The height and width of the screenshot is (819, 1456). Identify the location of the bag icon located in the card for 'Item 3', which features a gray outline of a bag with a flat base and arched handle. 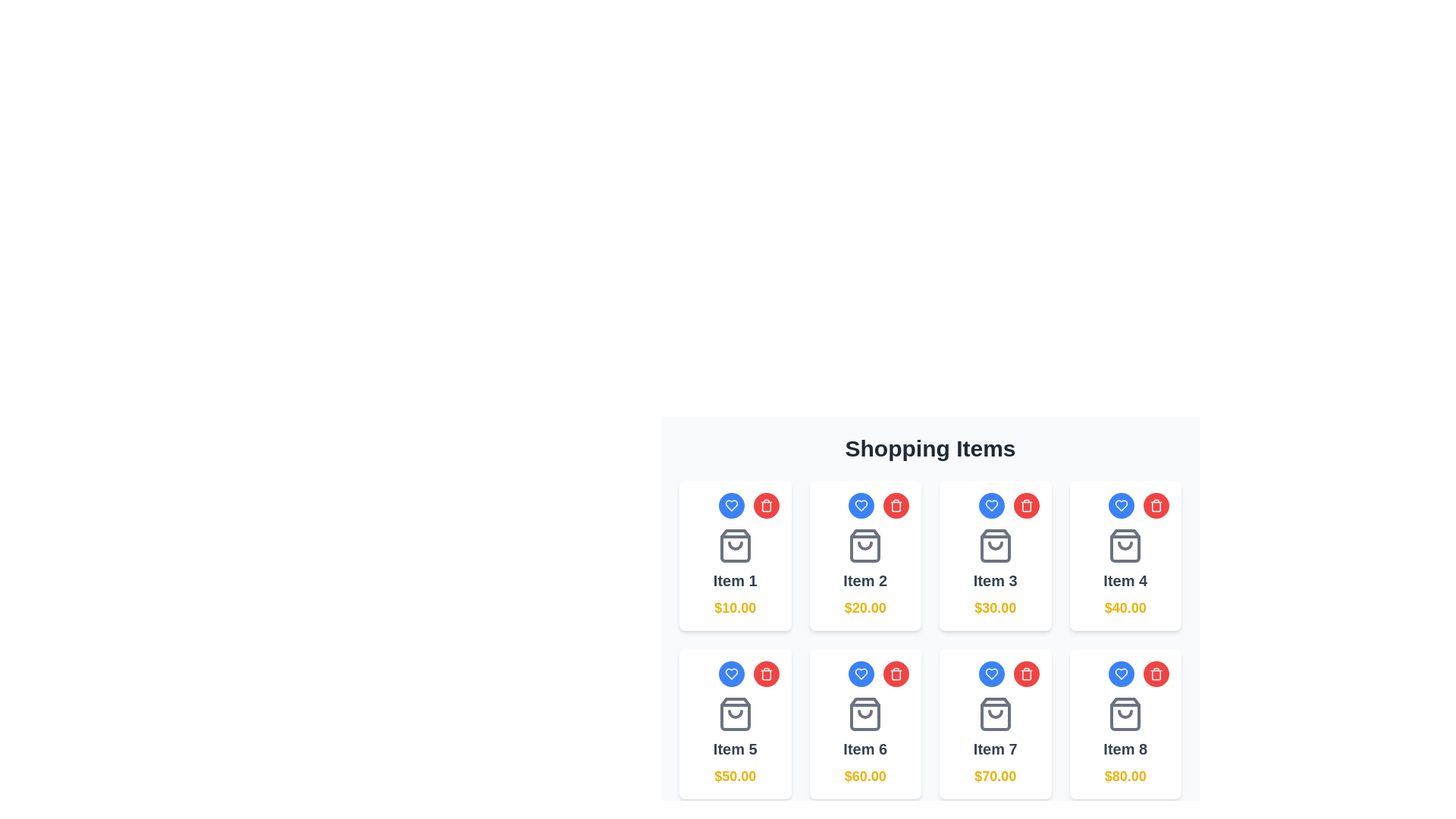
(995, 546).